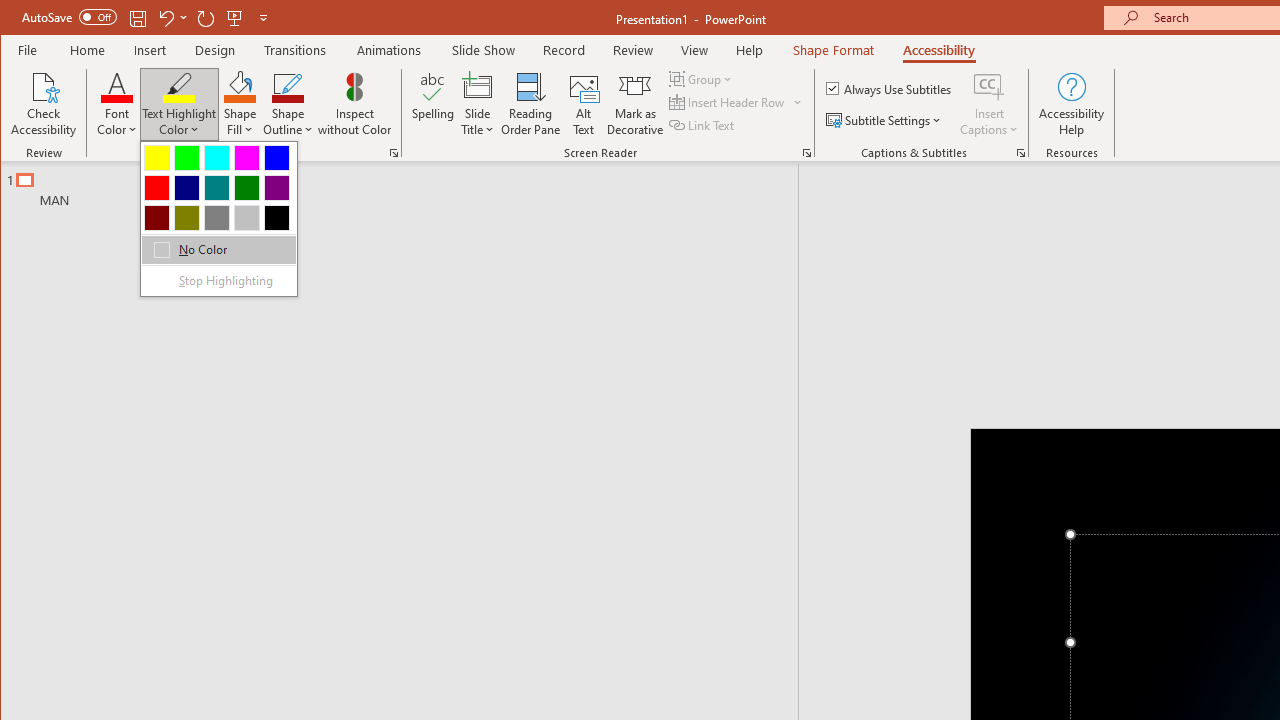 The image size is (1280, 720). Describe the element at coordinates (634, 104) in the screenshot. I see `'Mark as Decorative'` at that location.